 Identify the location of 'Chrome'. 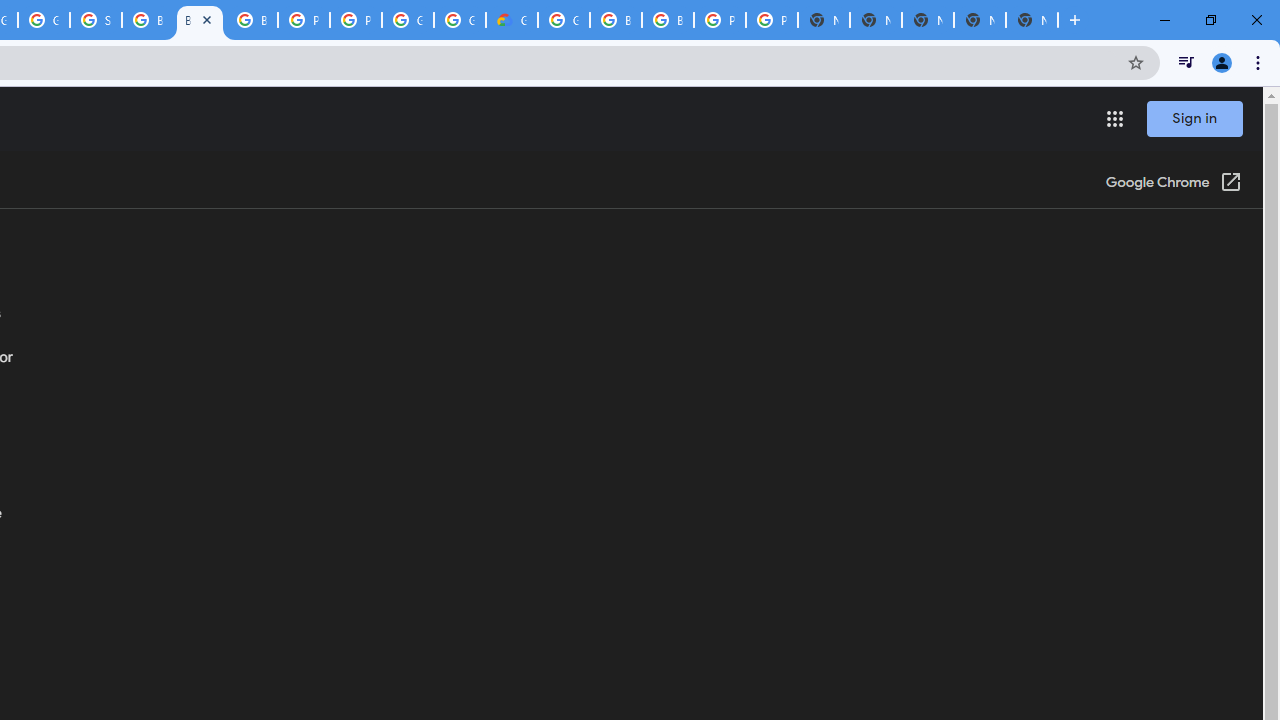
(1259, 61).